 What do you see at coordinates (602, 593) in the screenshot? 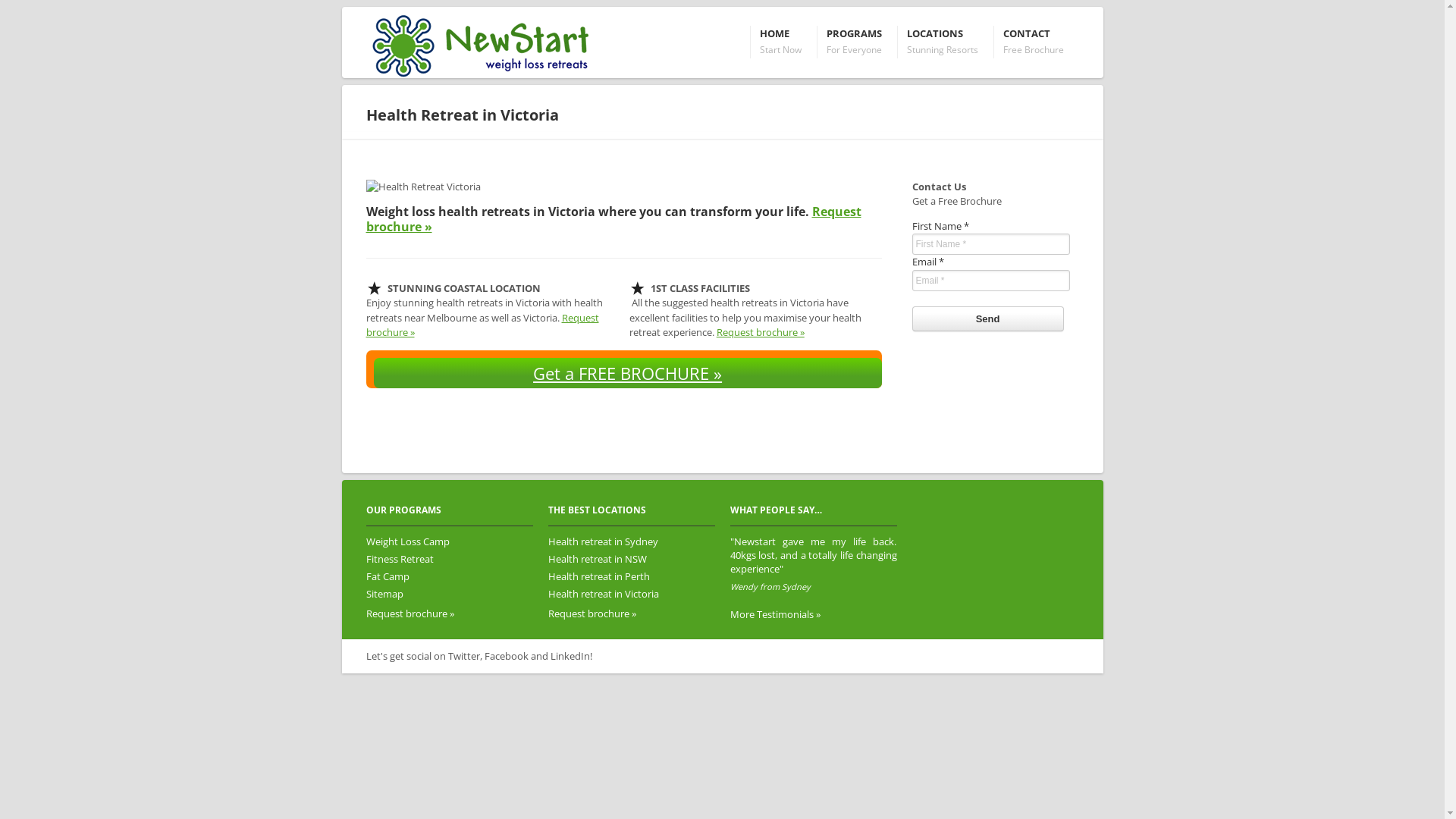
I see `'Health retreat in Victoria'` at bounding box center [602, 593].